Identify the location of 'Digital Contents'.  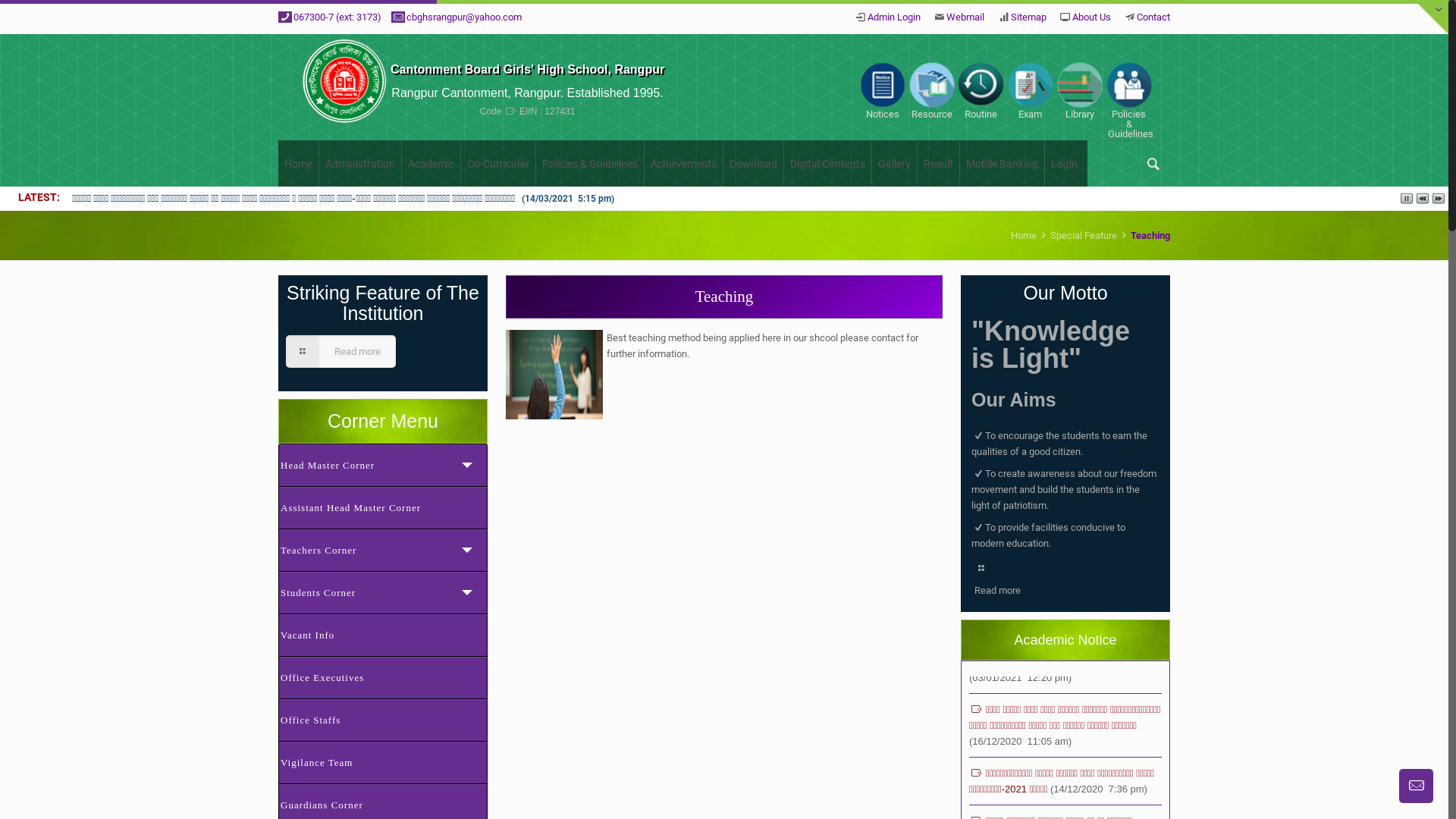
(827, 164).